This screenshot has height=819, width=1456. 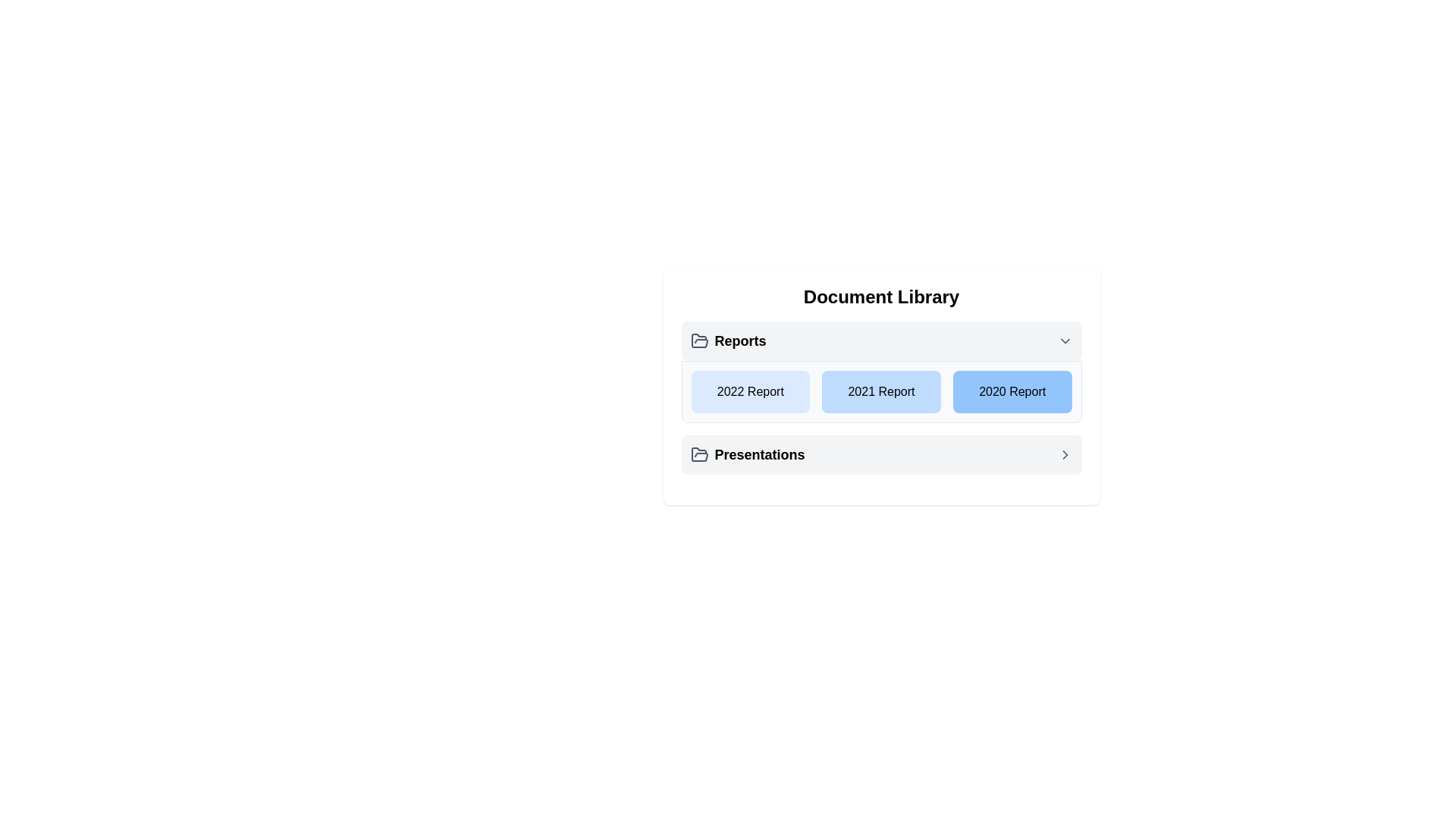 I want to click on the '2020 Report' Text Display element with a blue background and black text, which is the third button under the 'Reports' heading in the 'Document Library' interface, so click(x=1012, y=391).